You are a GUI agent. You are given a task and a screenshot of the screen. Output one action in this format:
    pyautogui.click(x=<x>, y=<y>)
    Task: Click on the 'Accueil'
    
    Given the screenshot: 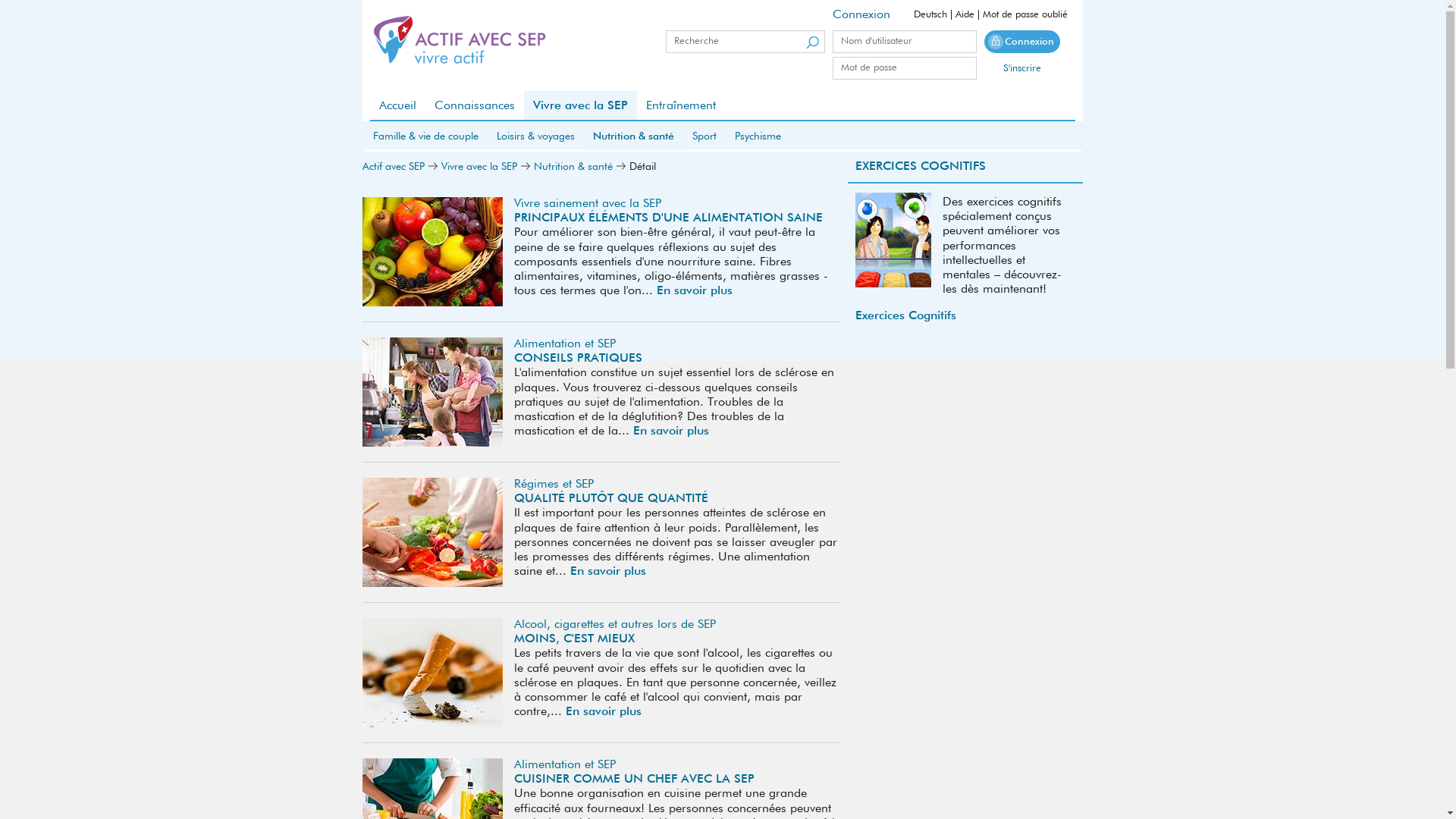 What is the action you would take?
    pyautogui.click(x=397, y=105)
    